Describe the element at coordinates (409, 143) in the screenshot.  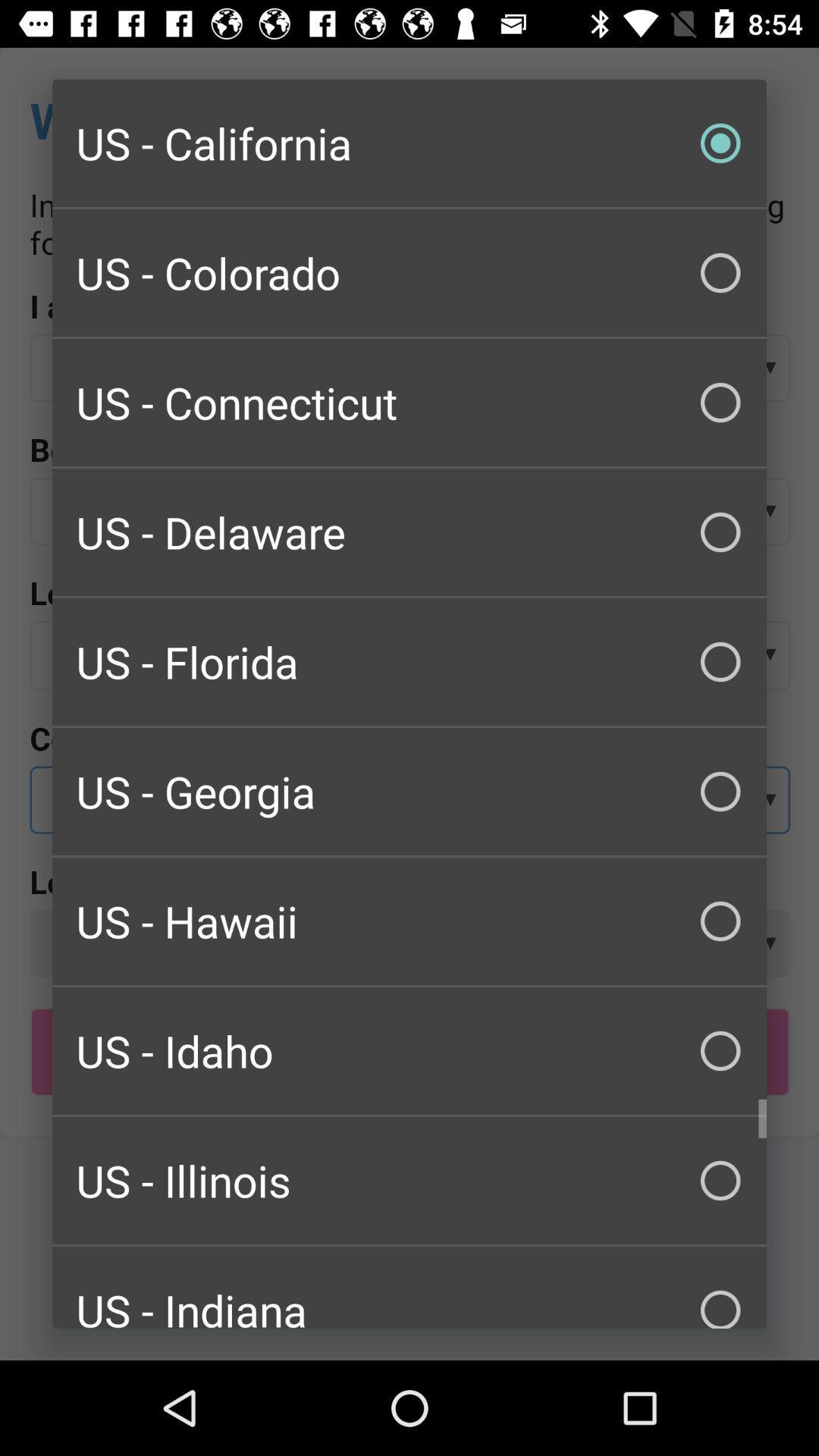
I see `us - california checkbox` at that location.